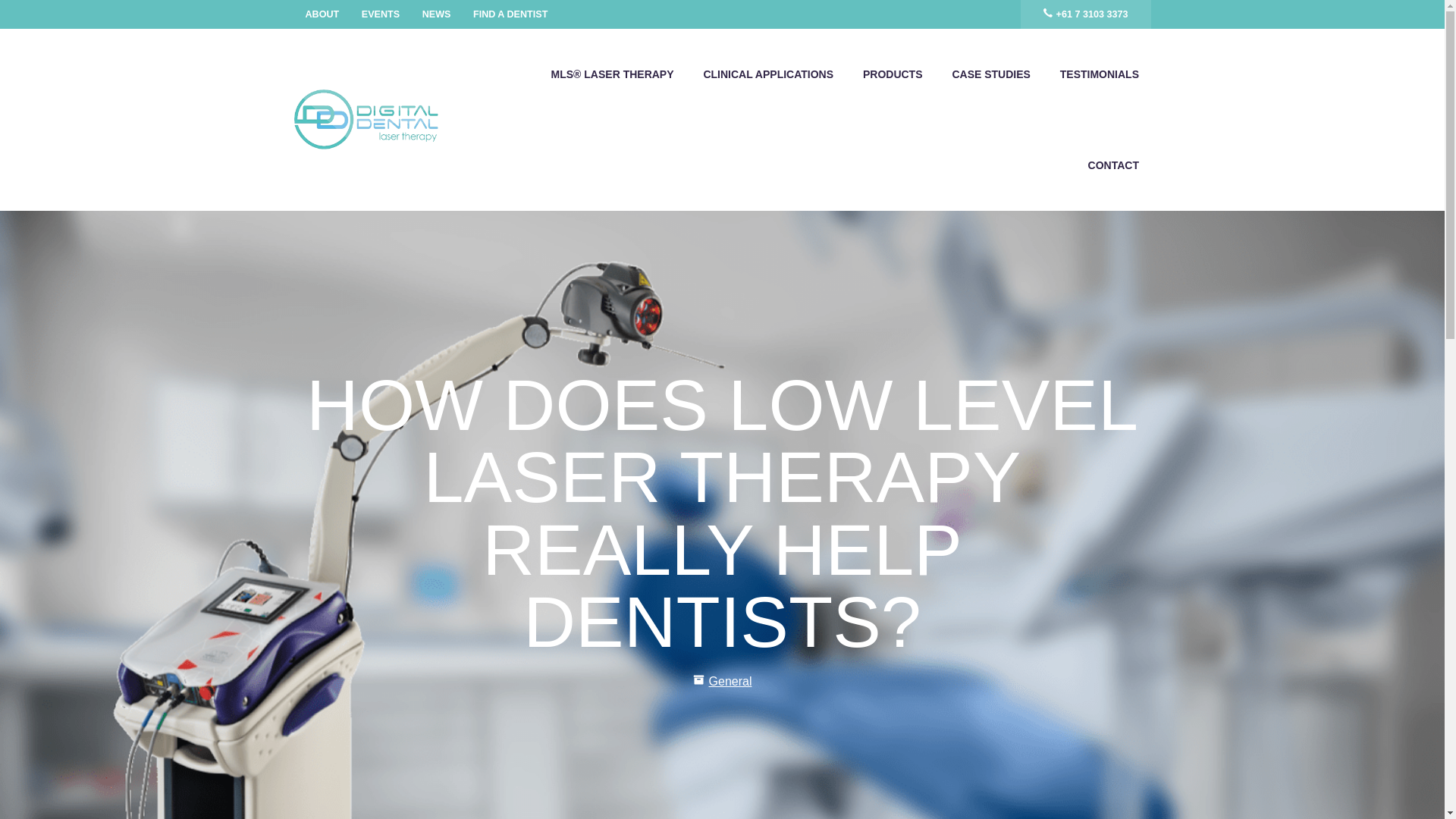 Image resolution: width=1456 pixels, height=819 pixels. Describe the element at coordinates (436, 14) in the screenshot. I see `'NEWS'` at that location.